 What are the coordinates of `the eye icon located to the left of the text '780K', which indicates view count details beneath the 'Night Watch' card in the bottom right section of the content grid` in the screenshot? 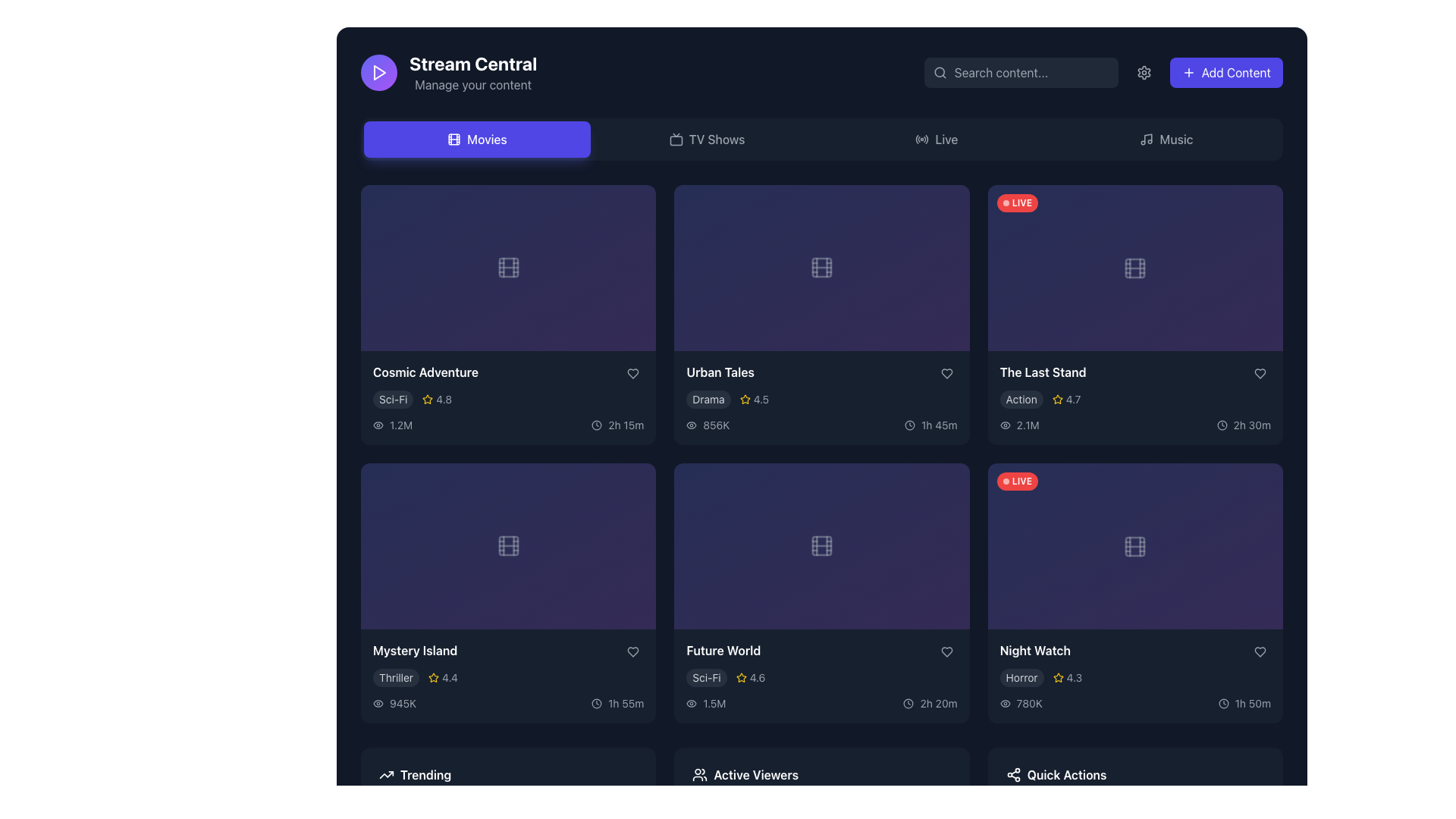 It's located at (1005, 704).